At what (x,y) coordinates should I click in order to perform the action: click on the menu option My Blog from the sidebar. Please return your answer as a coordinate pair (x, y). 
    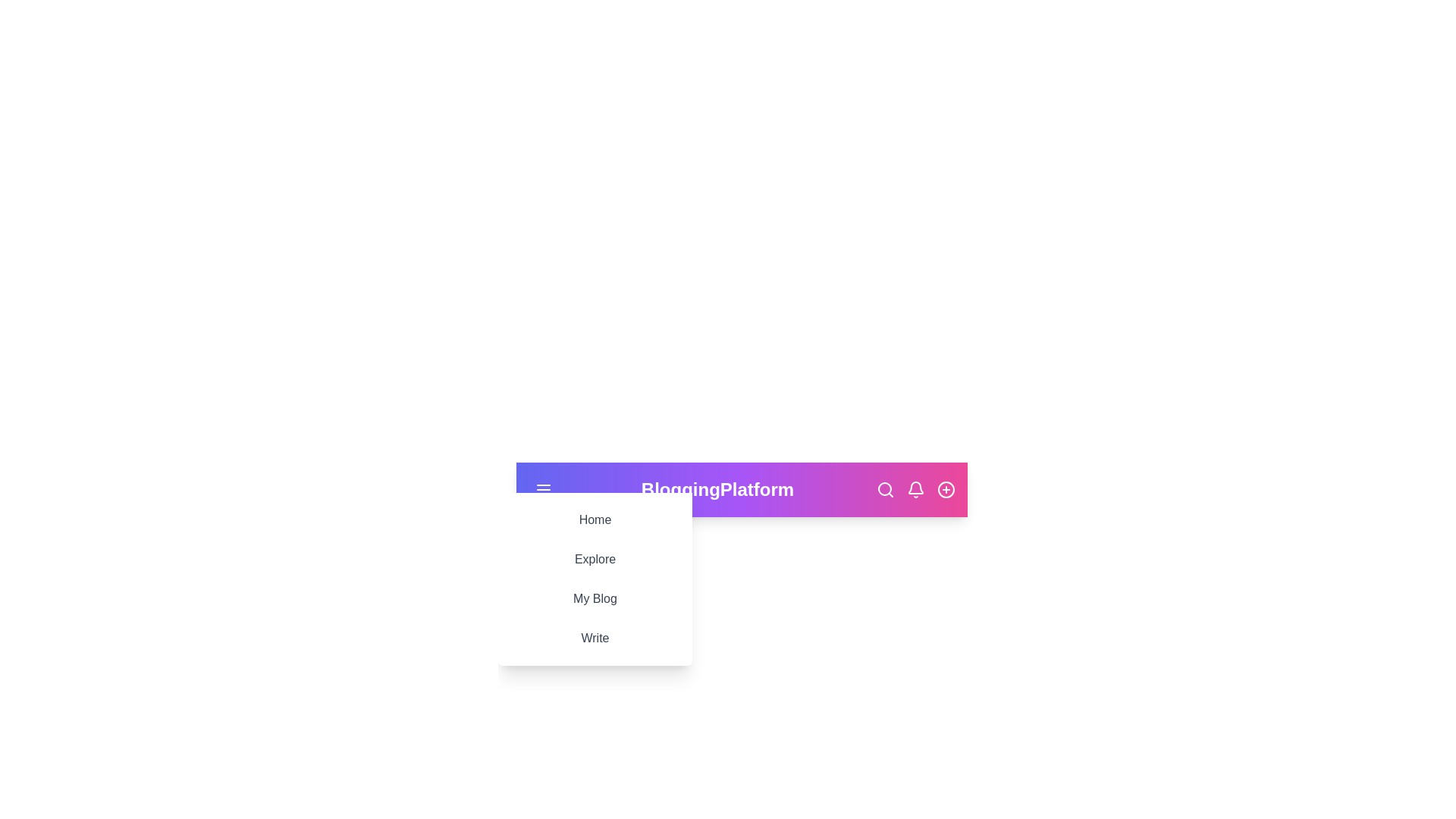
    Looking at the image, I should click on (595, 598).